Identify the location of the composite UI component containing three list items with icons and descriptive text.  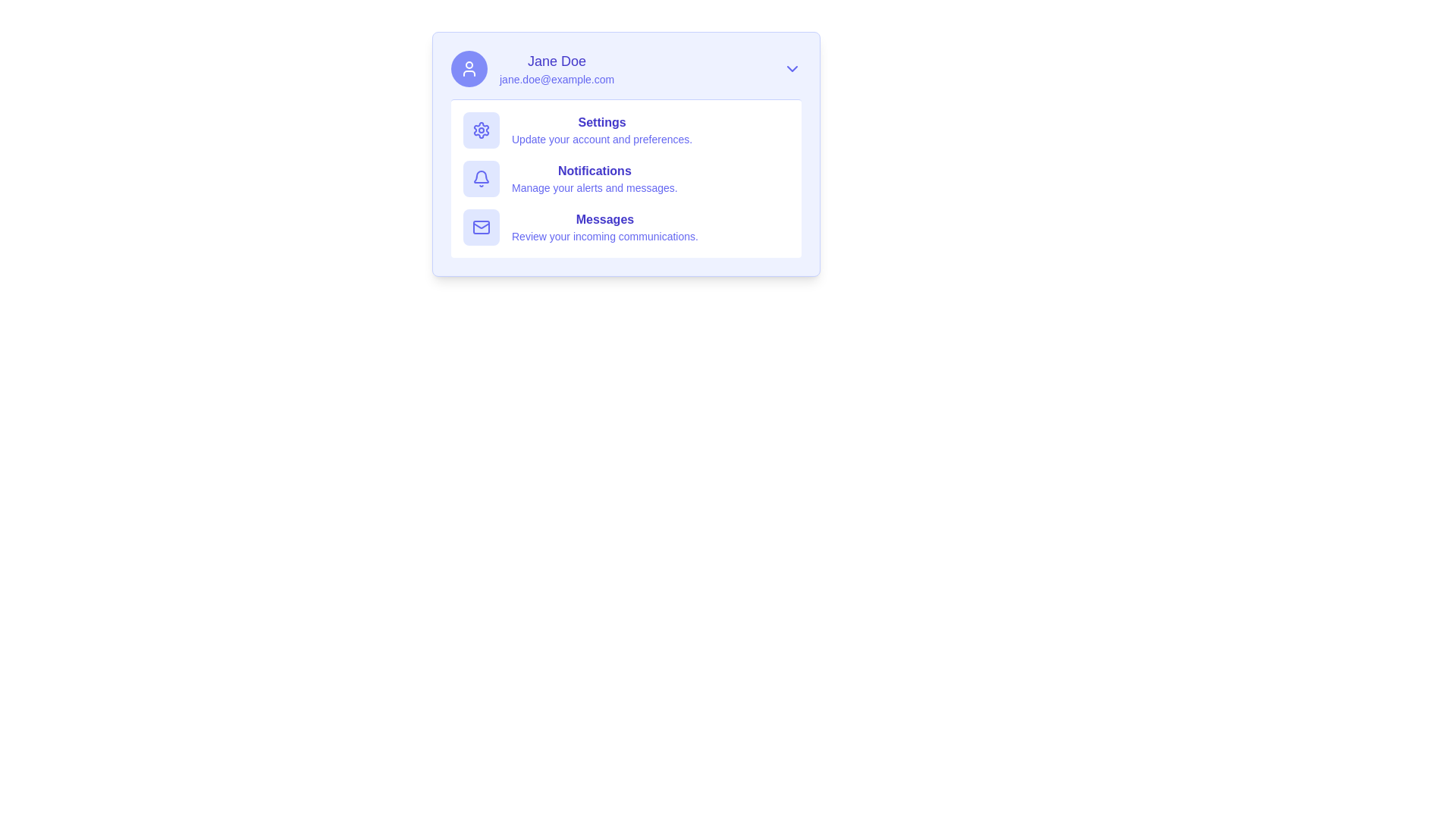
(626, 177).